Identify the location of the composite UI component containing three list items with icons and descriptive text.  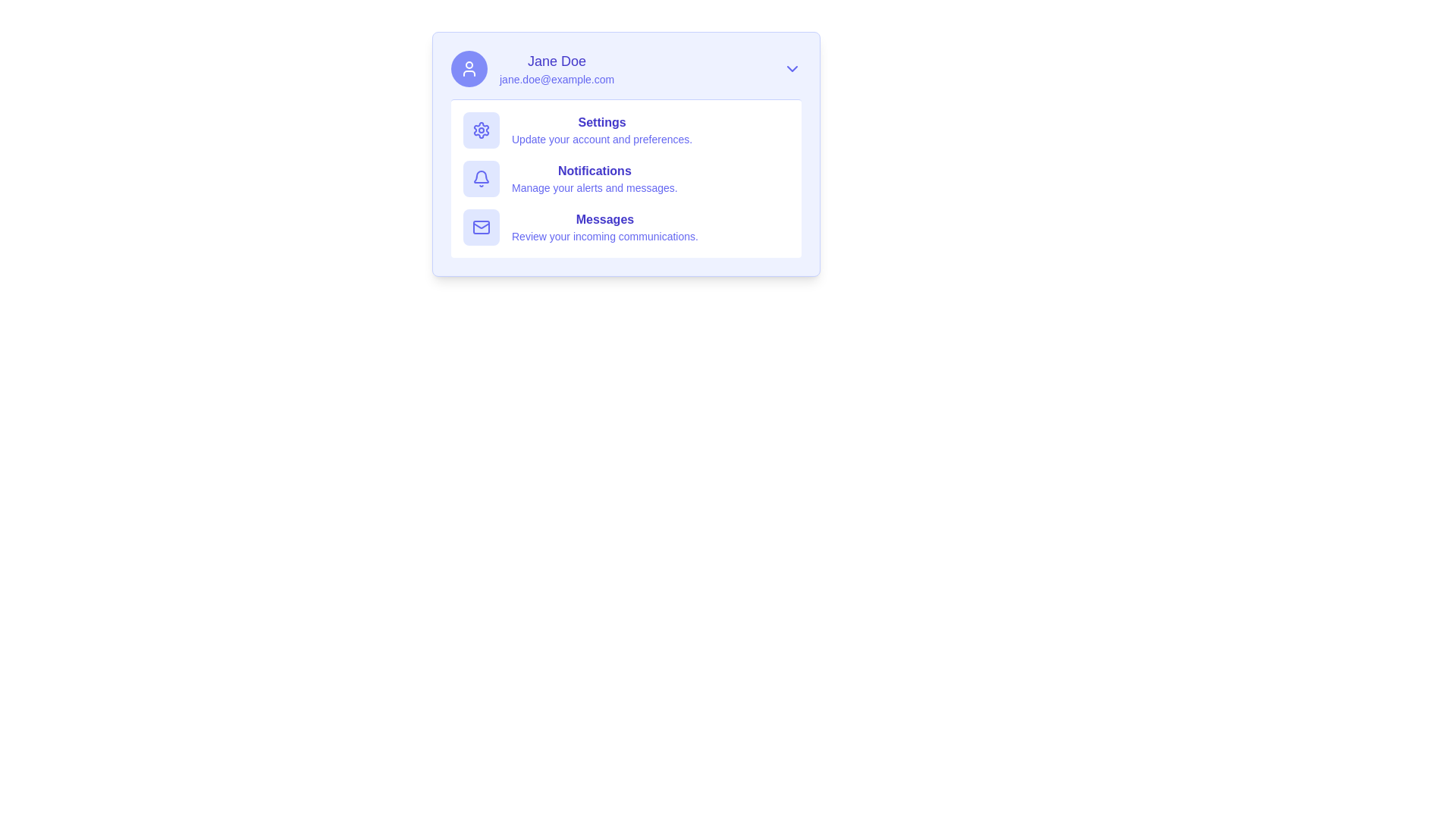
(626, 177).